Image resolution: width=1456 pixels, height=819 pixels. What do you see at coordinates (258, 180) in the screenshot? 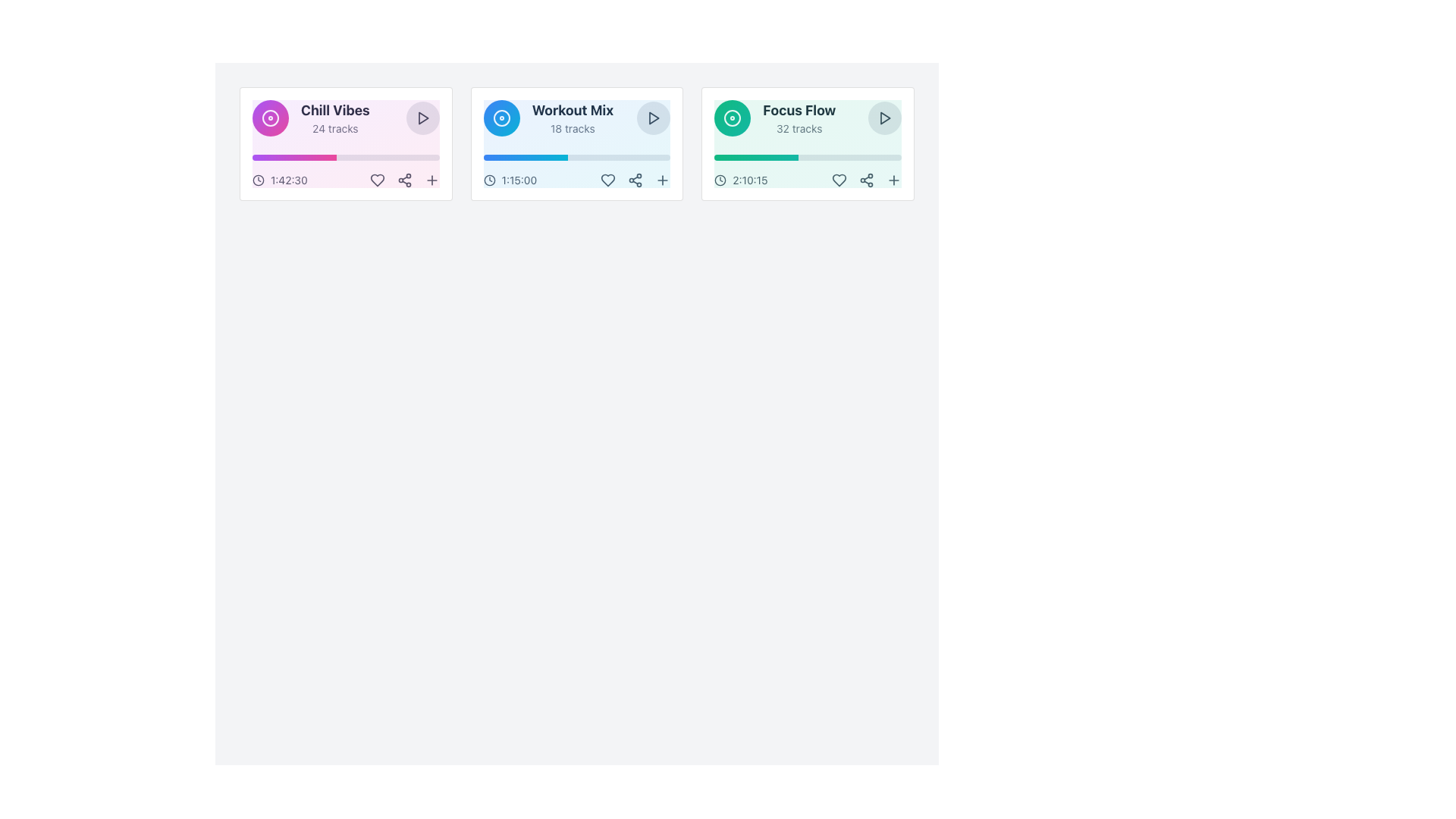
I see `the circular SVG graphic representing a clock located in the top left card titled 'Chill Vibes' in the main interface` at bounding box center [258, 180].